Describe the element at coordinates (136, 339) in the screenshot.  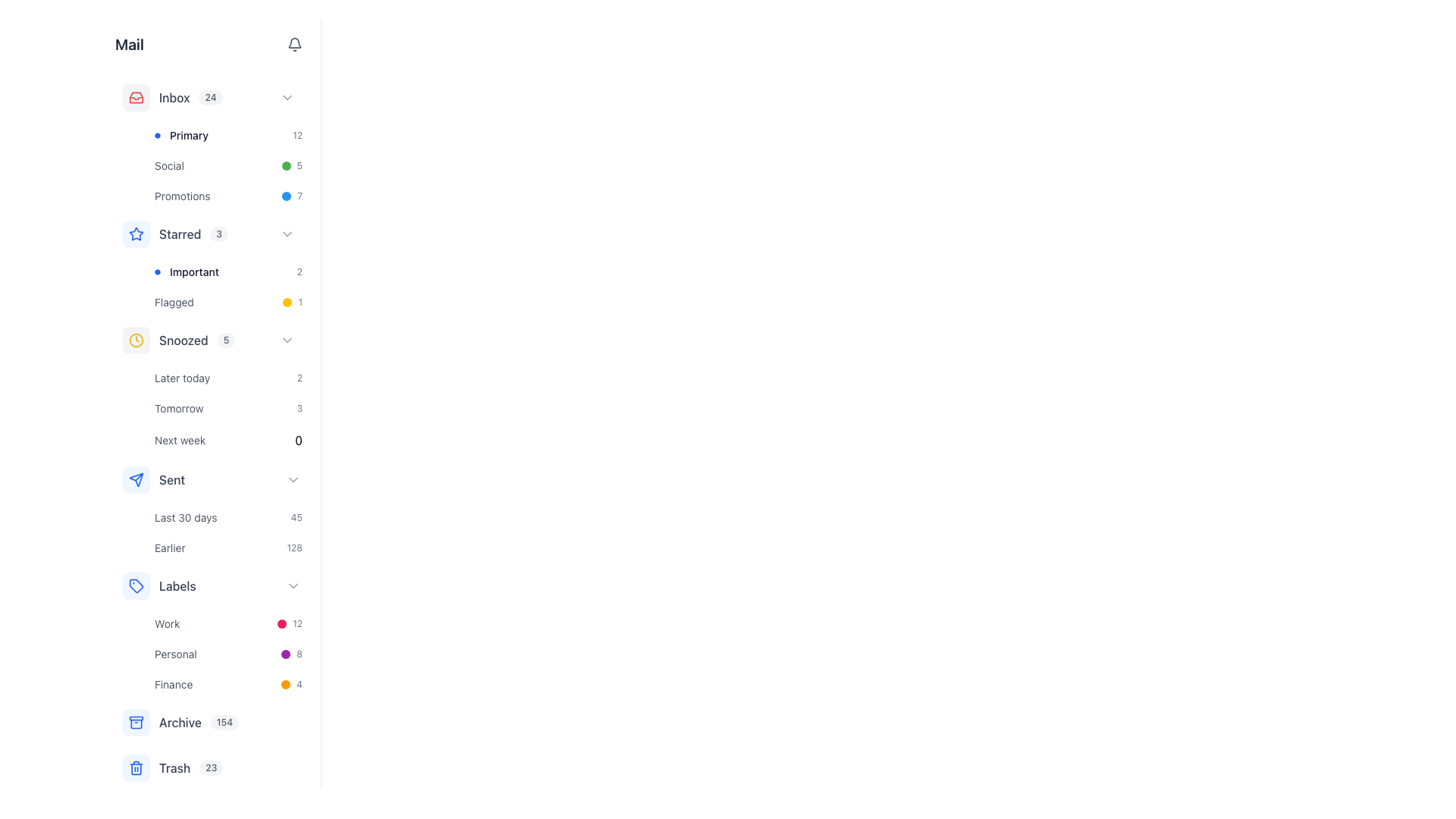
I see `the central circle of the clock icon located in the 'Snoozed' section of the sidebar, which has a golden yellow outline and a white background` at that location.